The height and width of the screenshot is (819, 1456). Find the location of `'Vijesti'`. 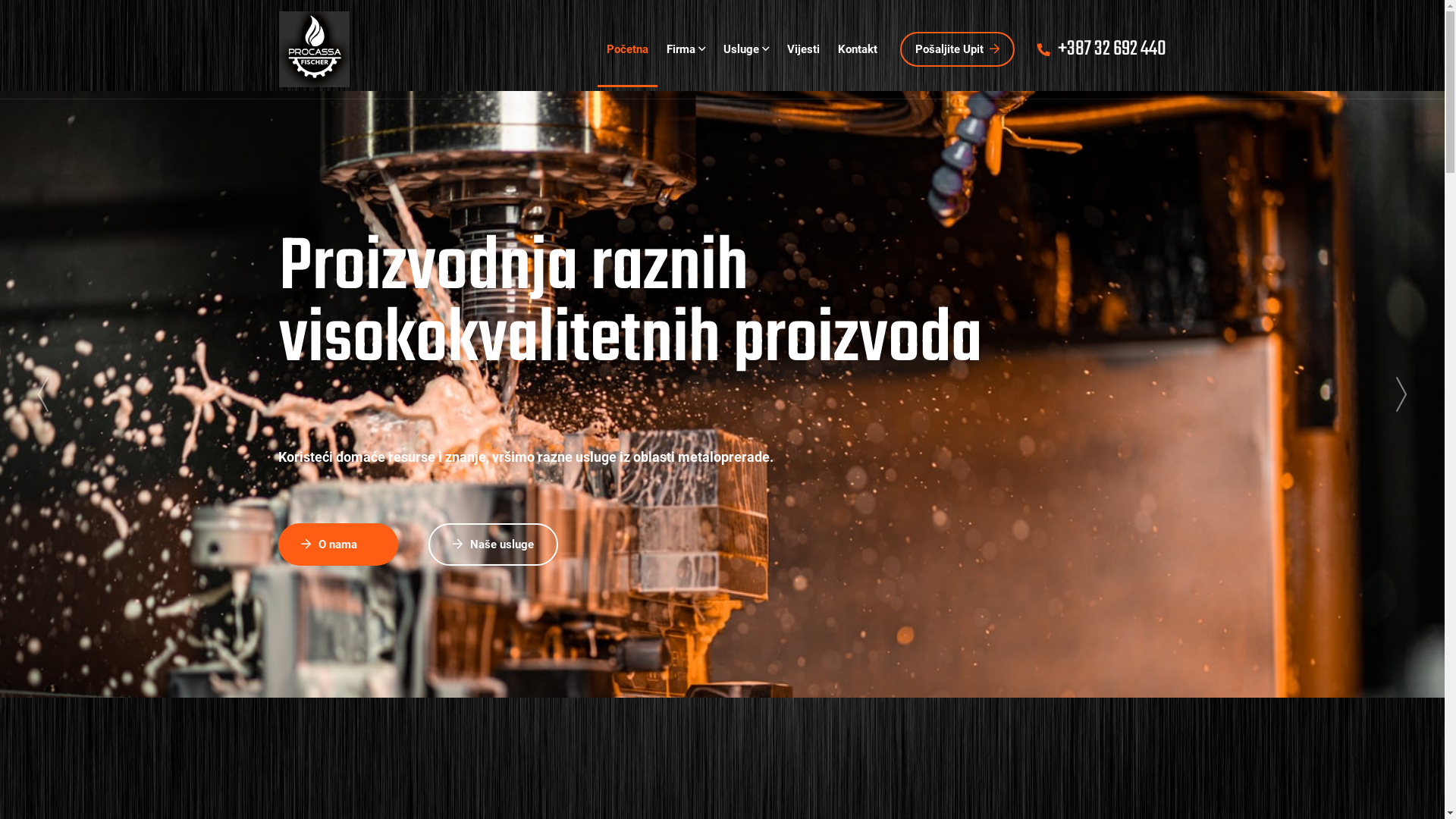

'Vijesti' is located at coordinates (778, 49).